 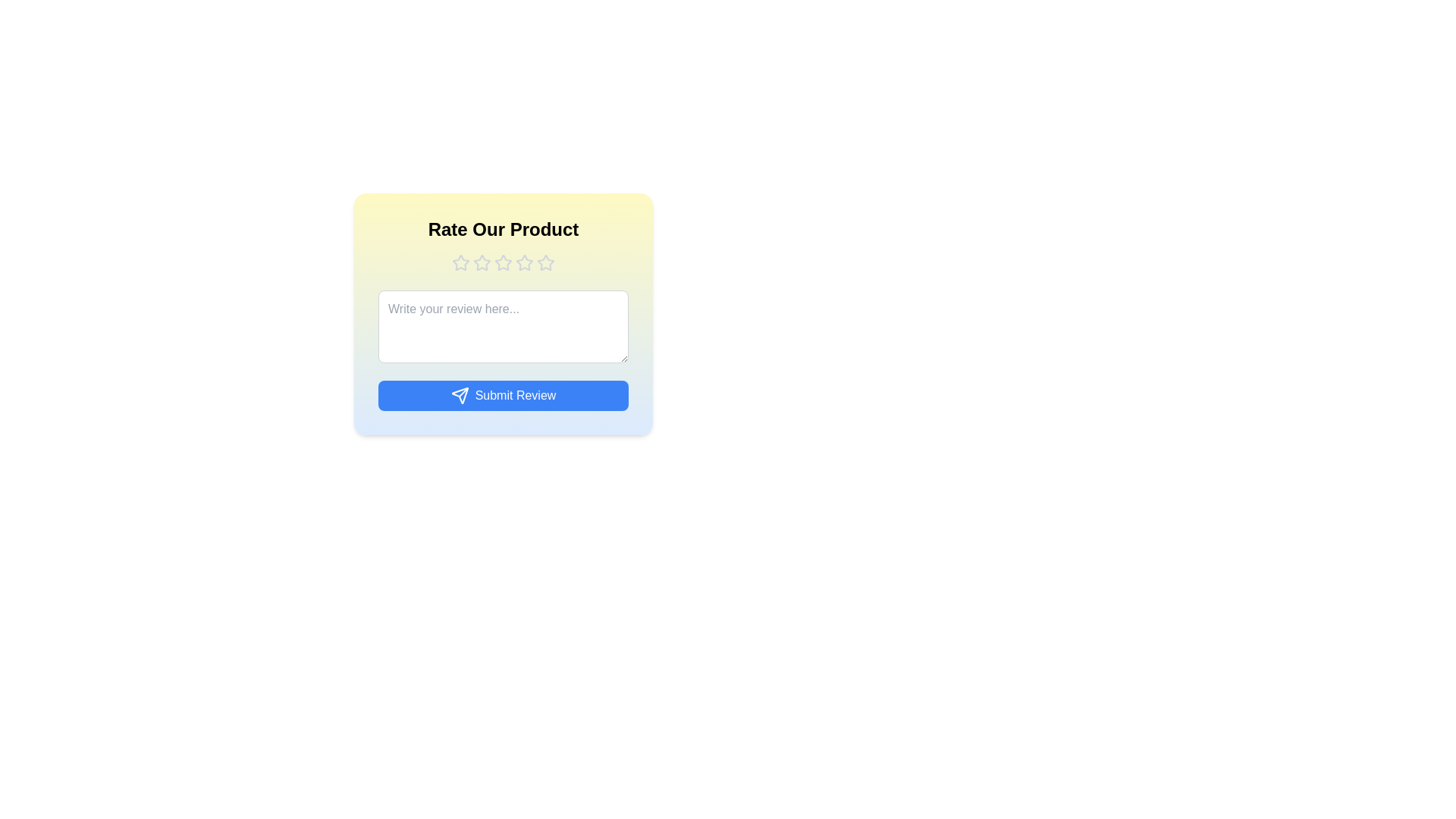 I want to click on the submit button to submit the review, so click(x=503, y=394).